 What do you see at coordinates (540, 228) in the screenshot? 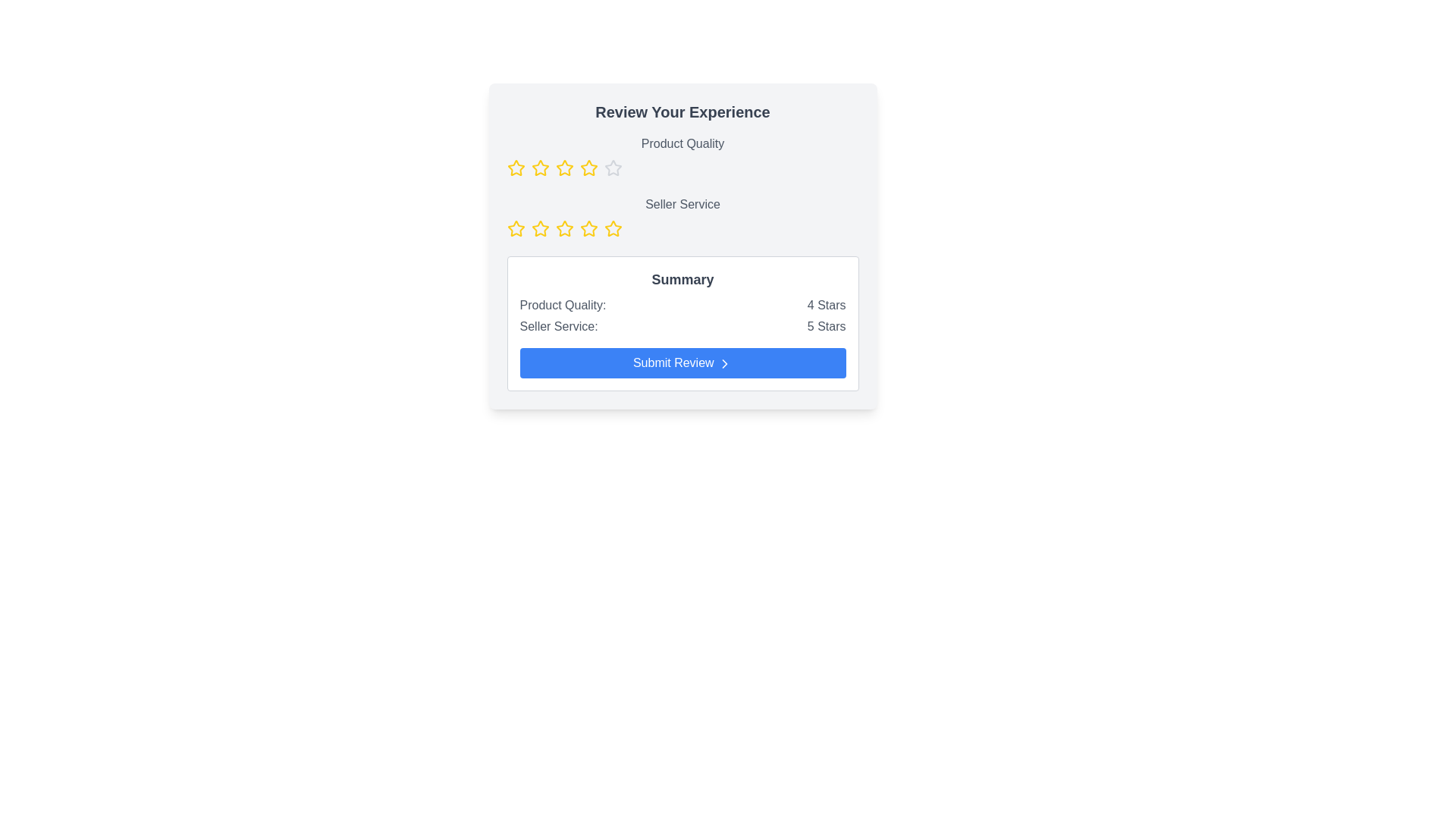
I see `the third yellow outlined star icon in the rating row under 'Seller Service'` at bounding box center [540, 228].